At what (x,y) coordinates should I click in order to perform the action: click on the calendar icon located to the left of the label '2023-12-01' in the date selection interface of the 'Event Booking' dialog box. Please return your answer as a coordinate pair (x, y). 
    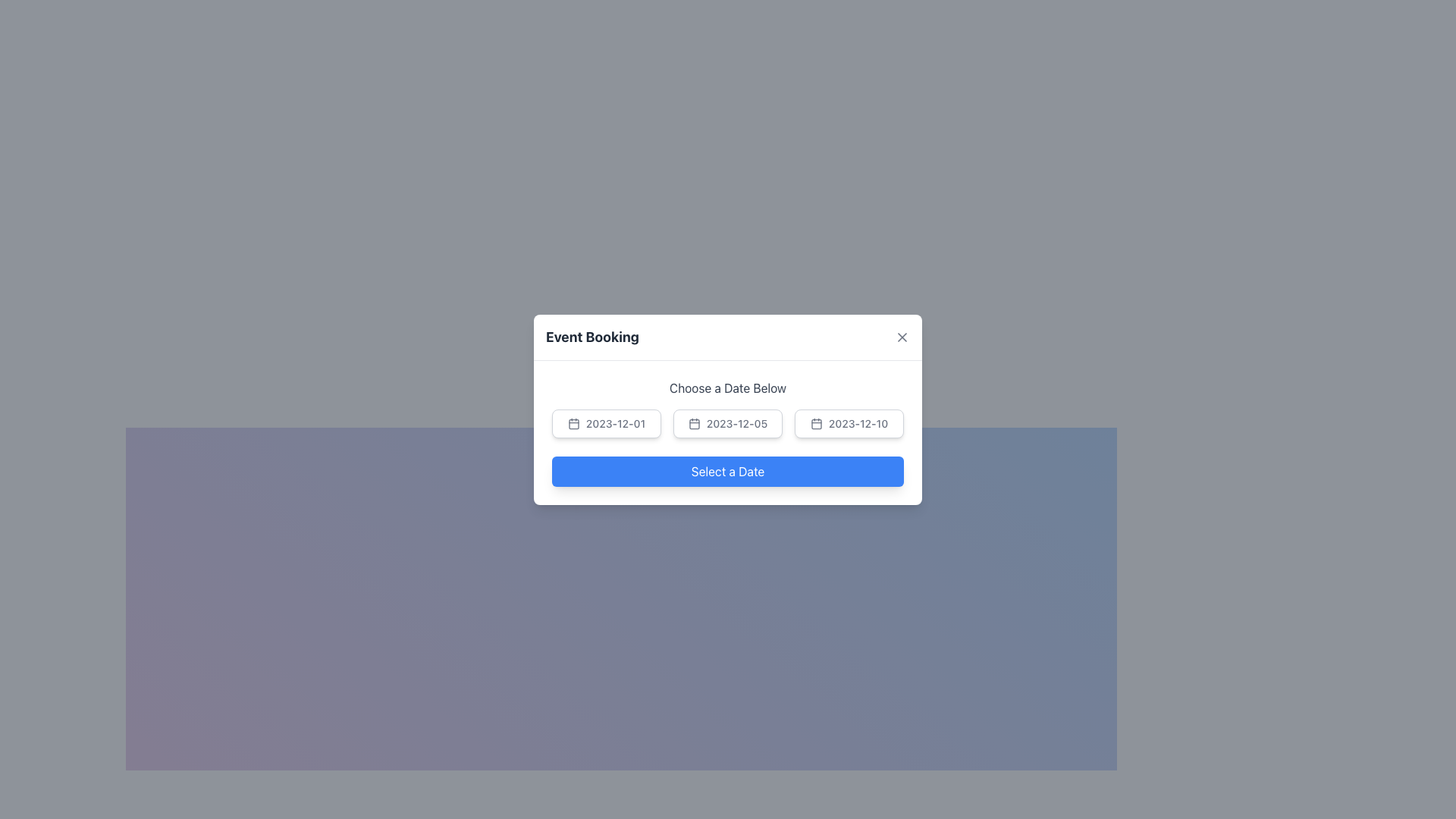
    Looking at the image, I should click on (573, 424).